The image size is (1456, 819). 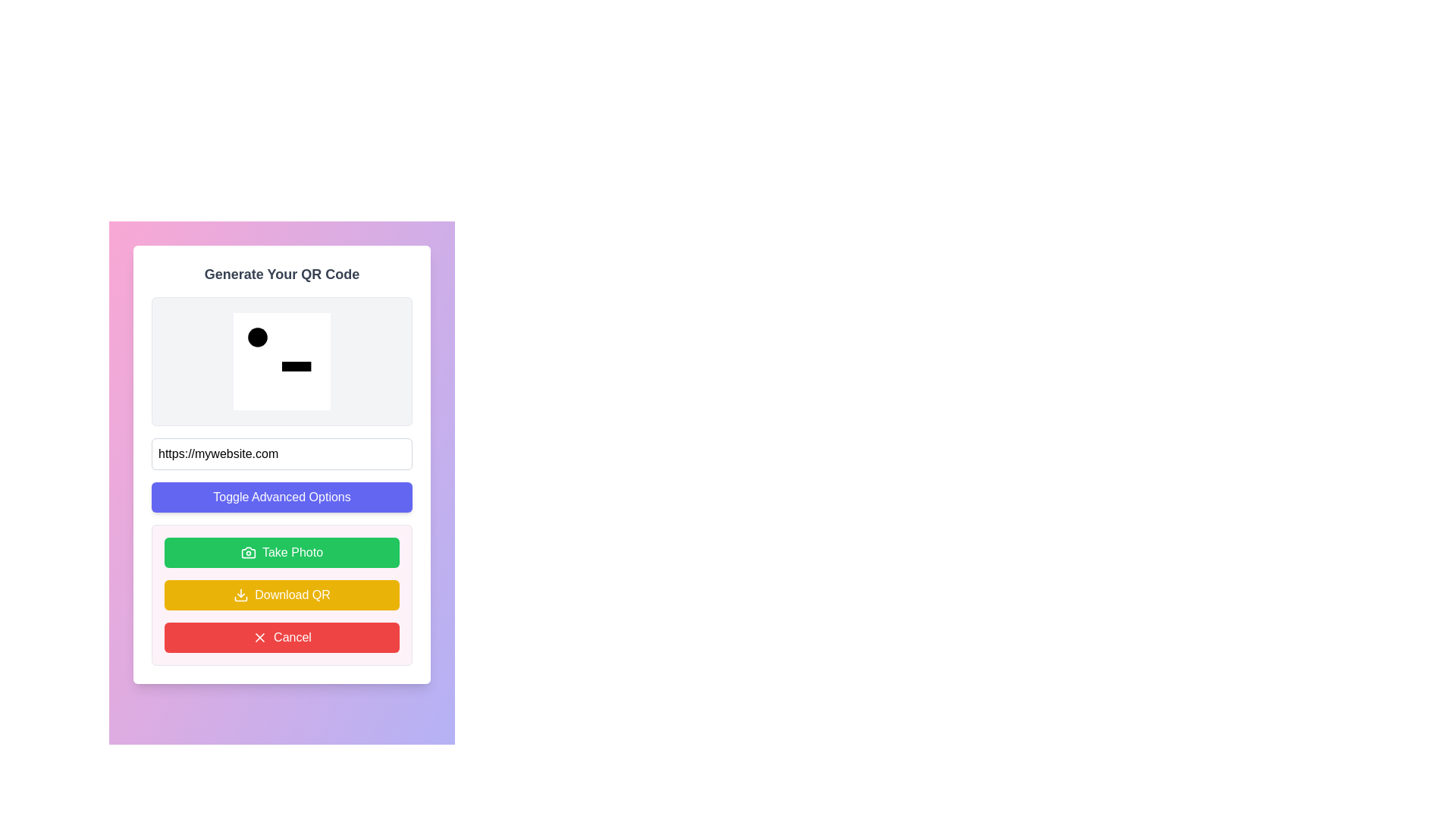 What do you see at coordinates (260, 637) in the screenshot?
I see `the icon that enhances the clarity of the 'Cancel' button, located in the center-left region of the button` at bounding box center [260, 637].